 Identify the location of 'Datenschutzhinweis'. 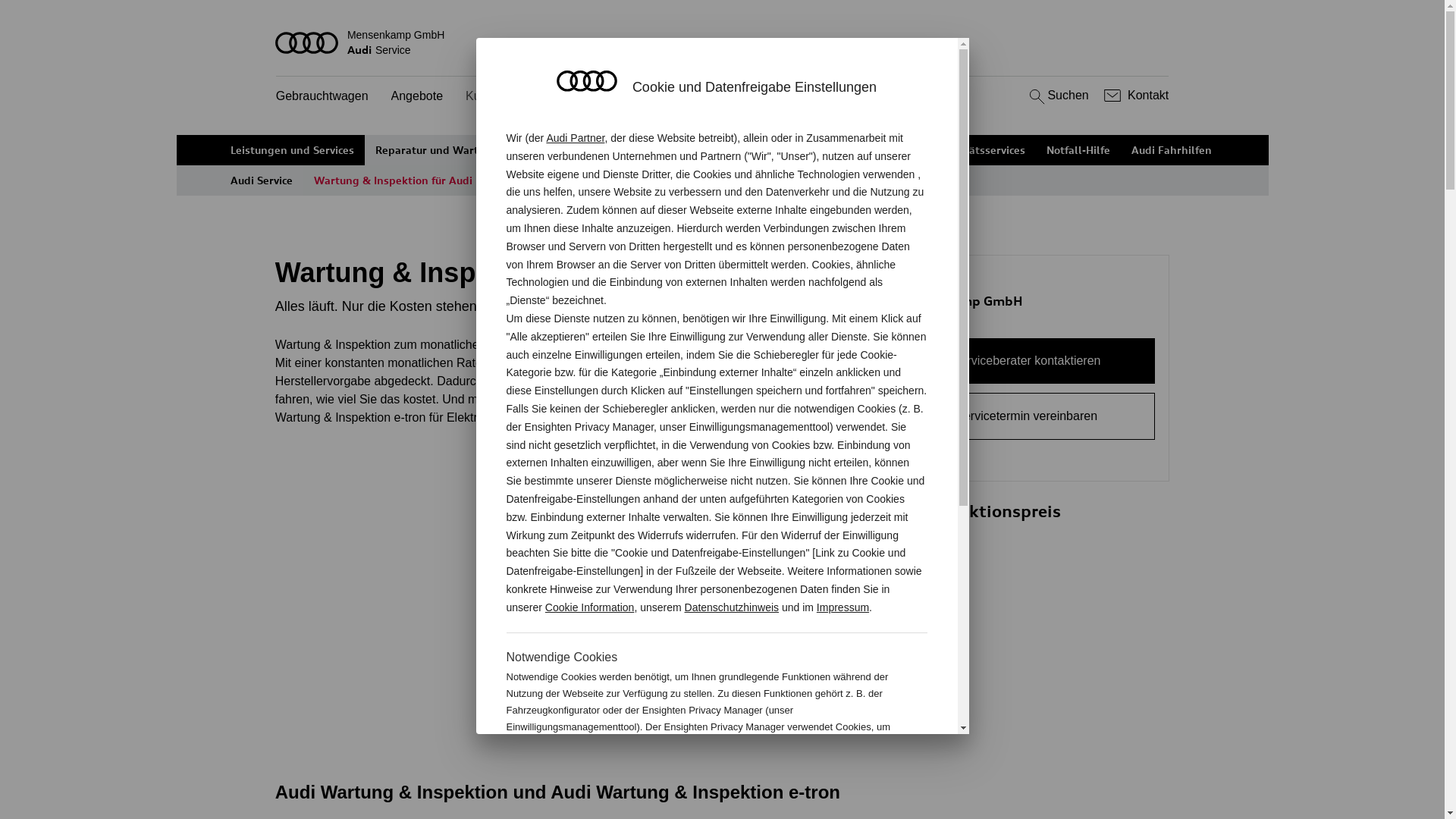
(683, 607).